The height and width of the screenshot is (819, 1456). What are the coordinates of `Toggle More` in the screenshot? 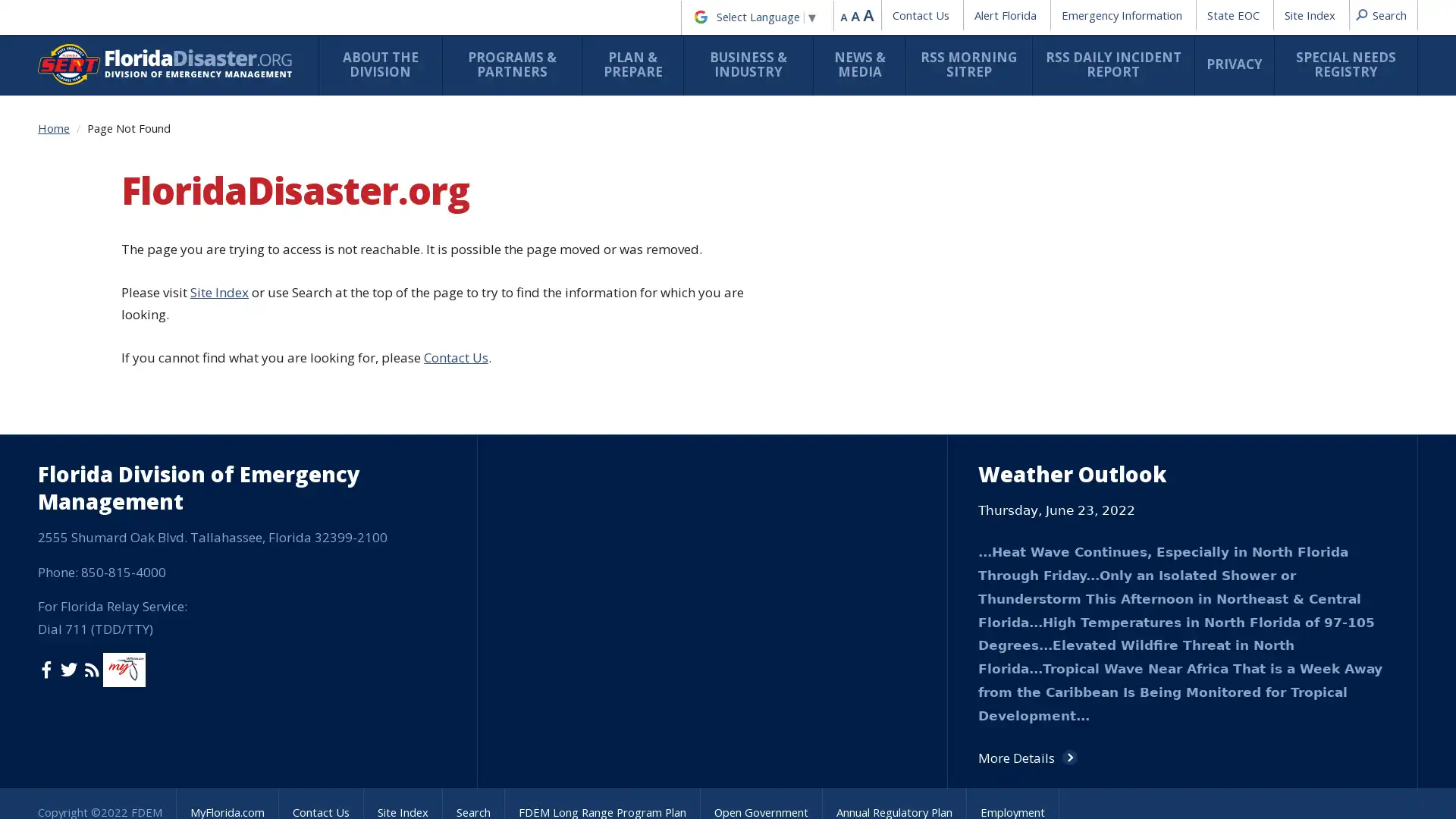 It's located at (607, 390).